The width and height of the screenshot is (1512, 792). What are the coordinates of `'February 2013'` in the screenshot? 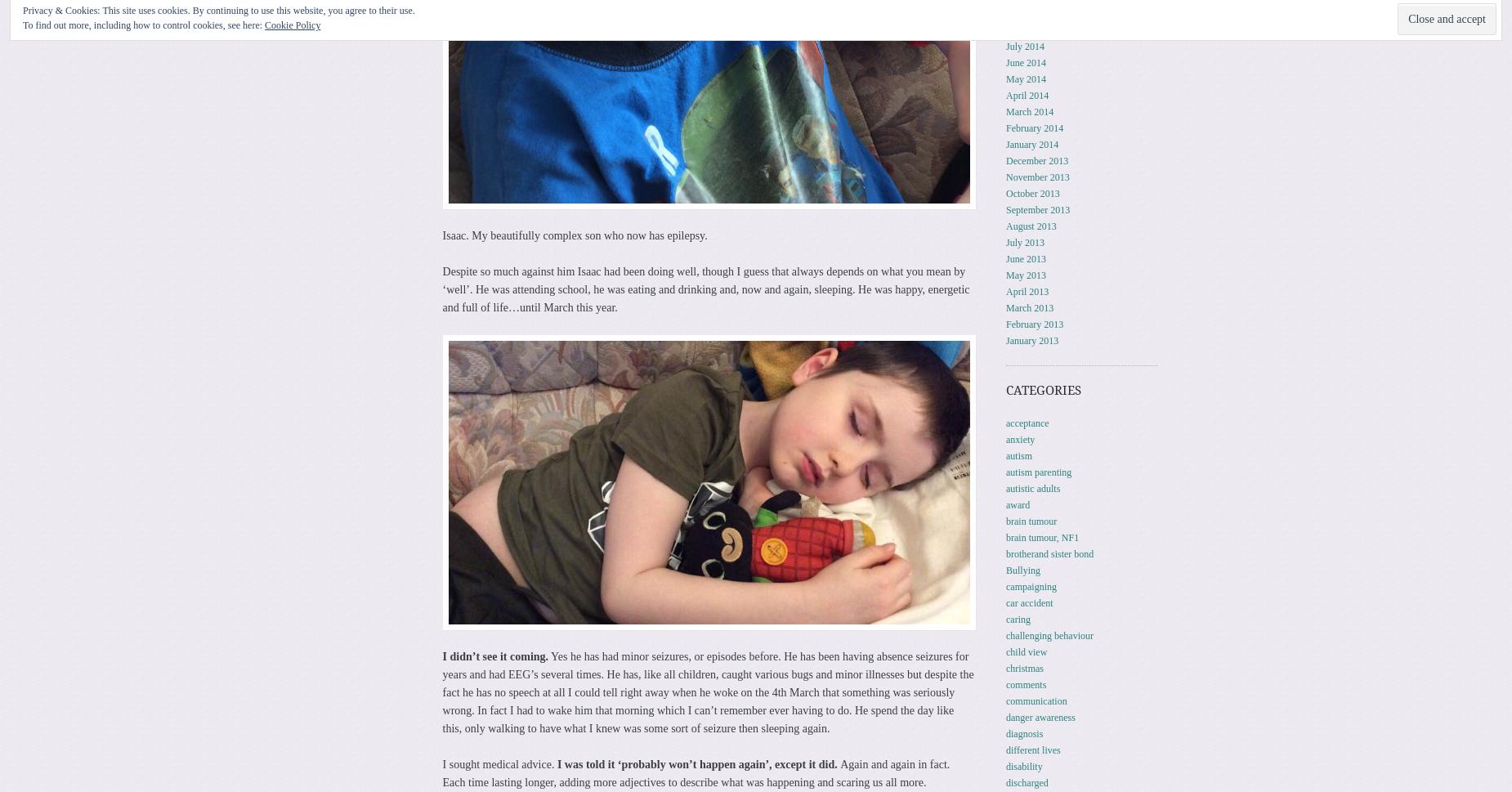 It's located at (1004, 324).